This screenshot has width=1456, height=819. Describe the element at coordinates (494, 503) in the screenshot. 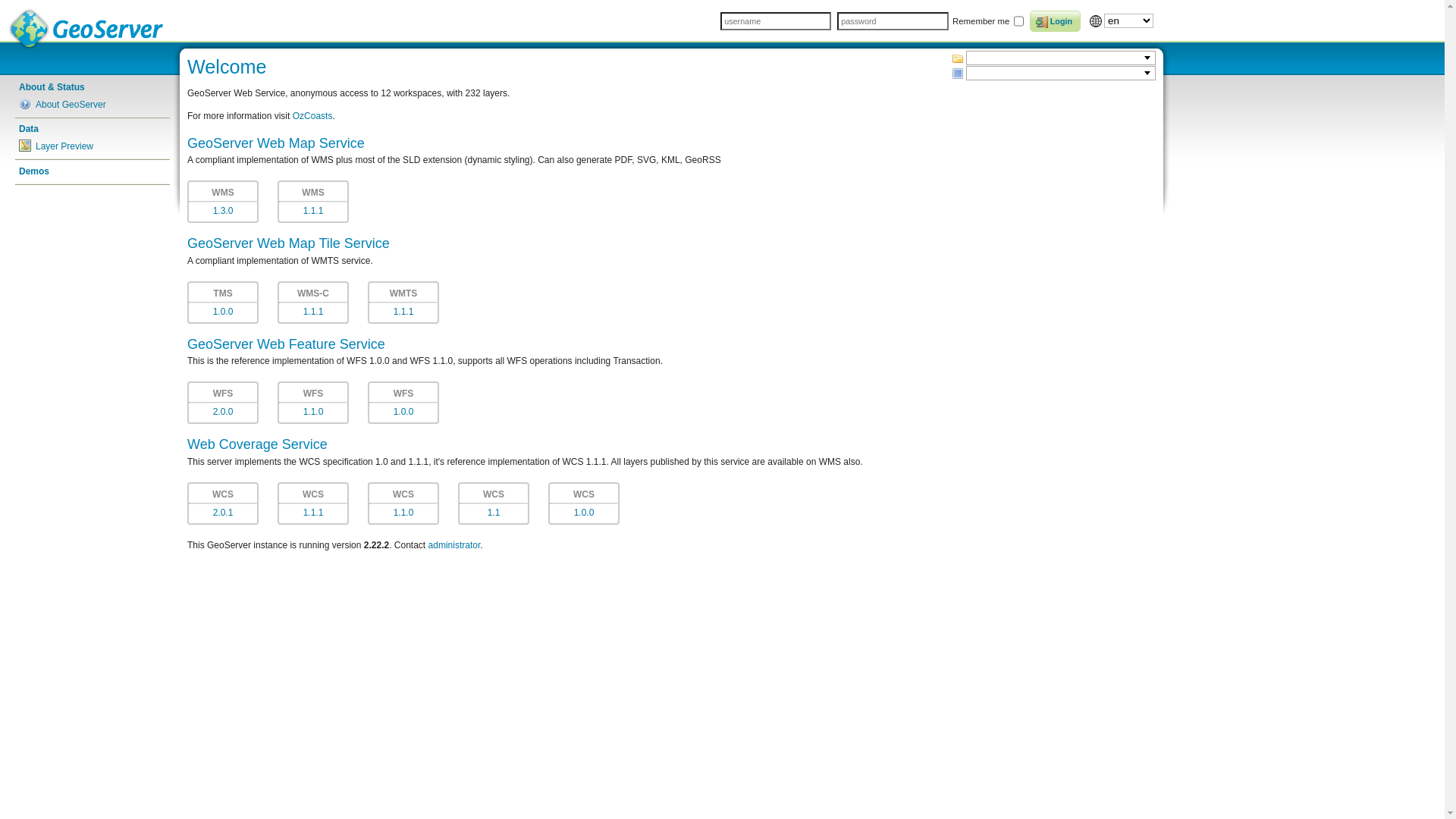

I see `'WCS` at that location.